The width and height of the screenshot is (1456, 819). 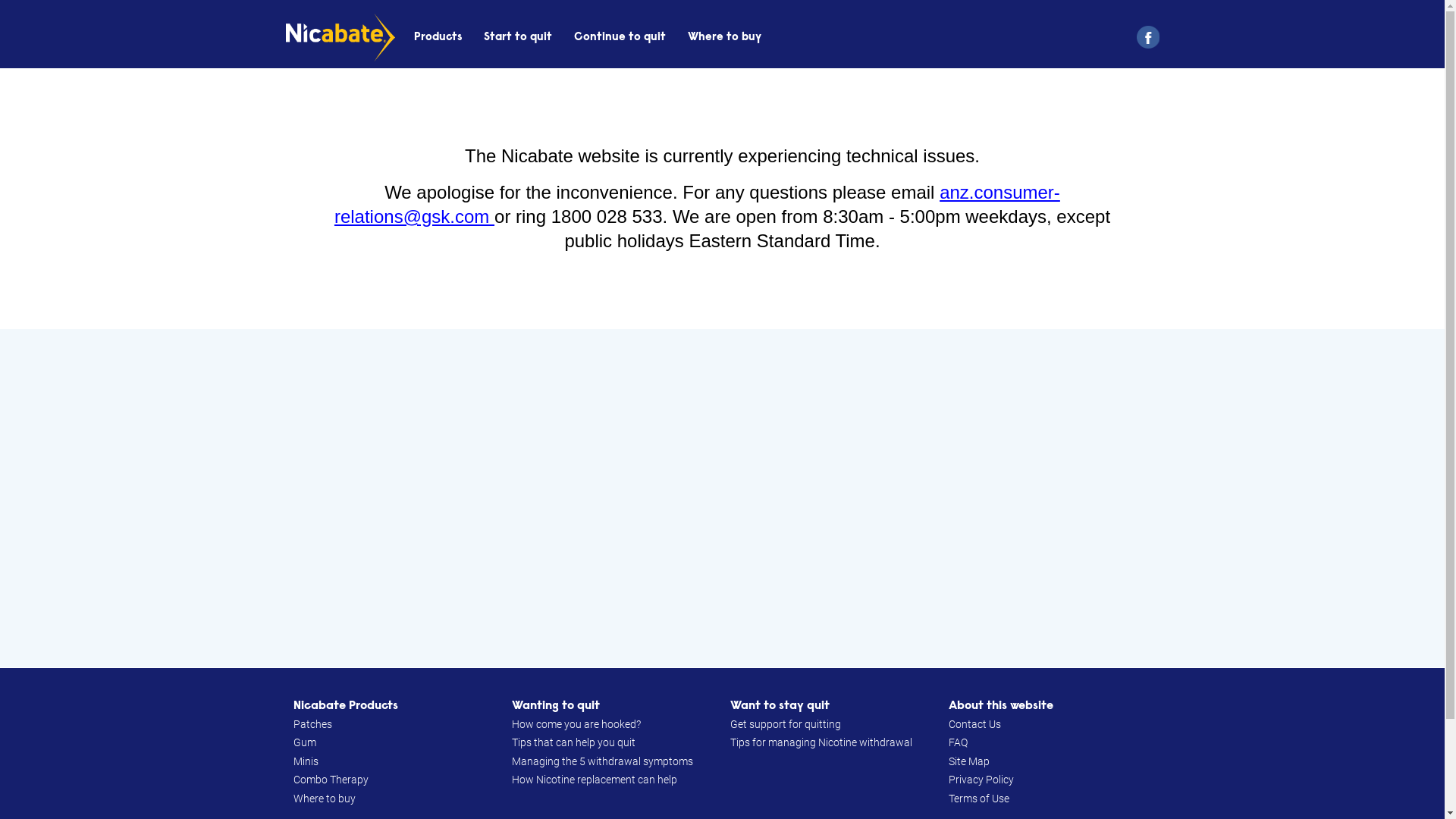 I want to click on 'Nicabate Products', so click(x=344, y=705).